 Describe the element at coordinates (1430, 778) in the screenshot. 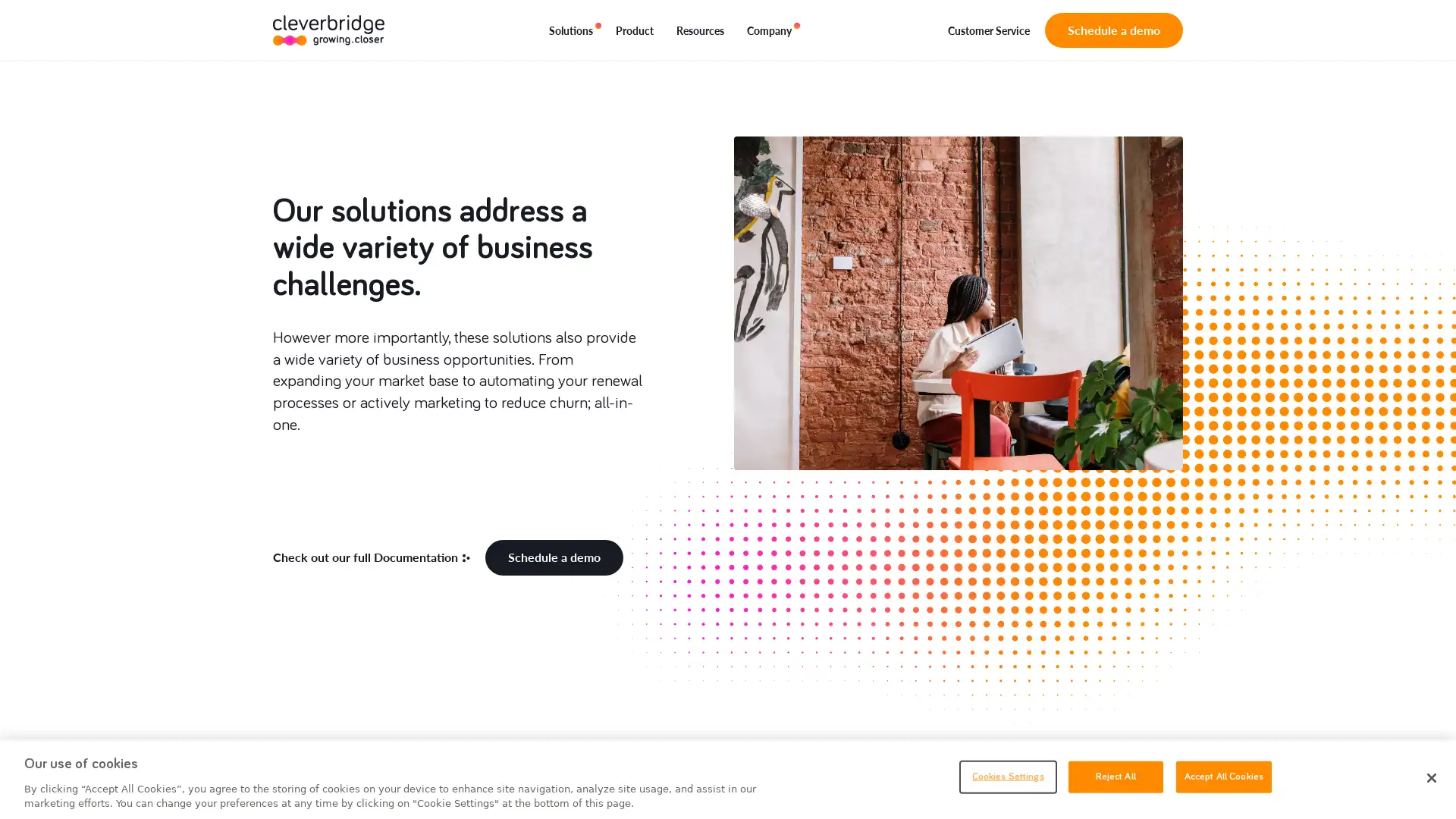

I see `Close` at that location.